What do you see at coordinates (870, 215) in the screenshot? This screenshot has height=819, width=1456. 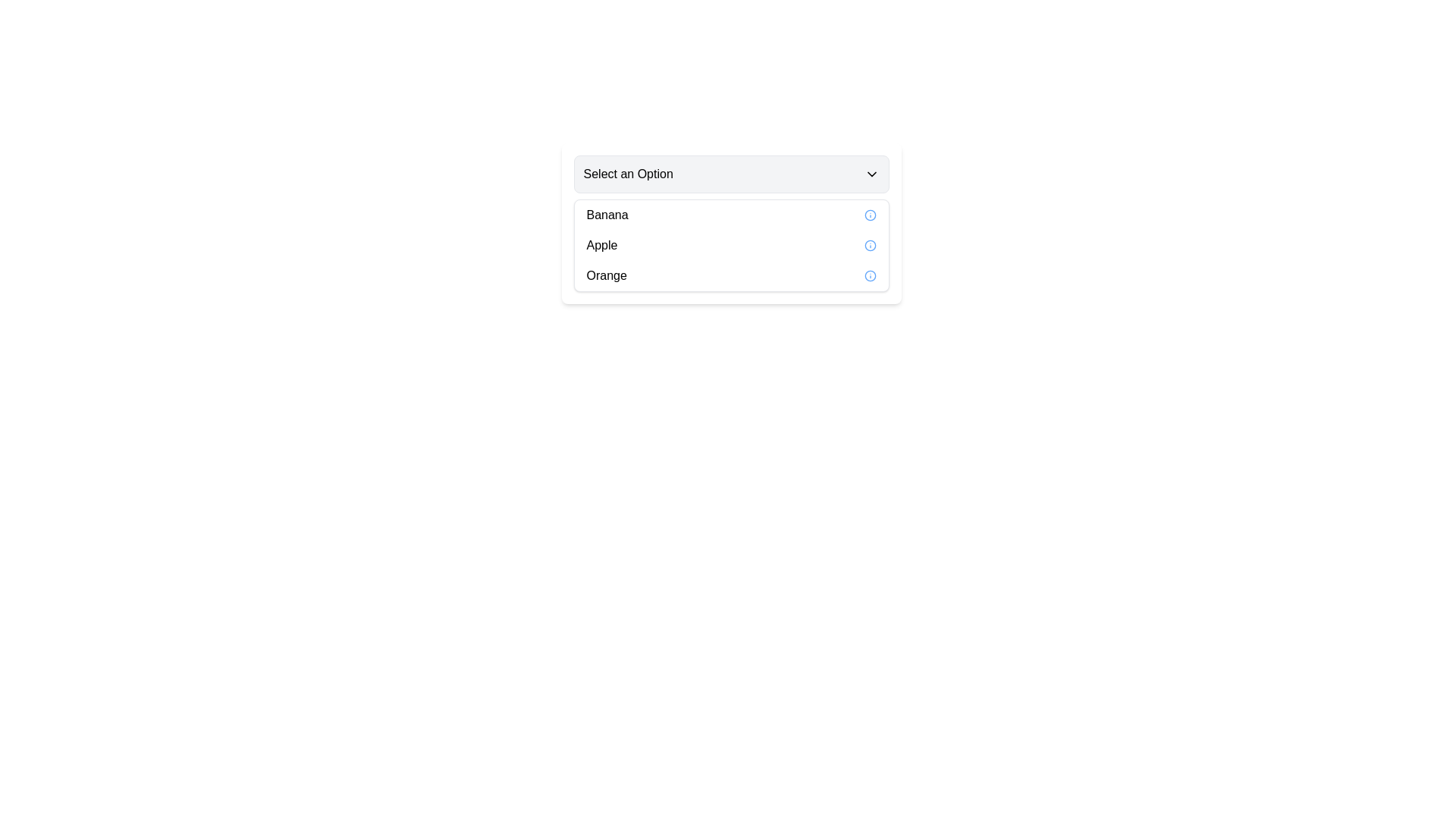 I see `the info icon represented by a small blue circle with an 'i' character, located next to the text 'Banana' in the dropdown list` at bounding box center [870, 215].